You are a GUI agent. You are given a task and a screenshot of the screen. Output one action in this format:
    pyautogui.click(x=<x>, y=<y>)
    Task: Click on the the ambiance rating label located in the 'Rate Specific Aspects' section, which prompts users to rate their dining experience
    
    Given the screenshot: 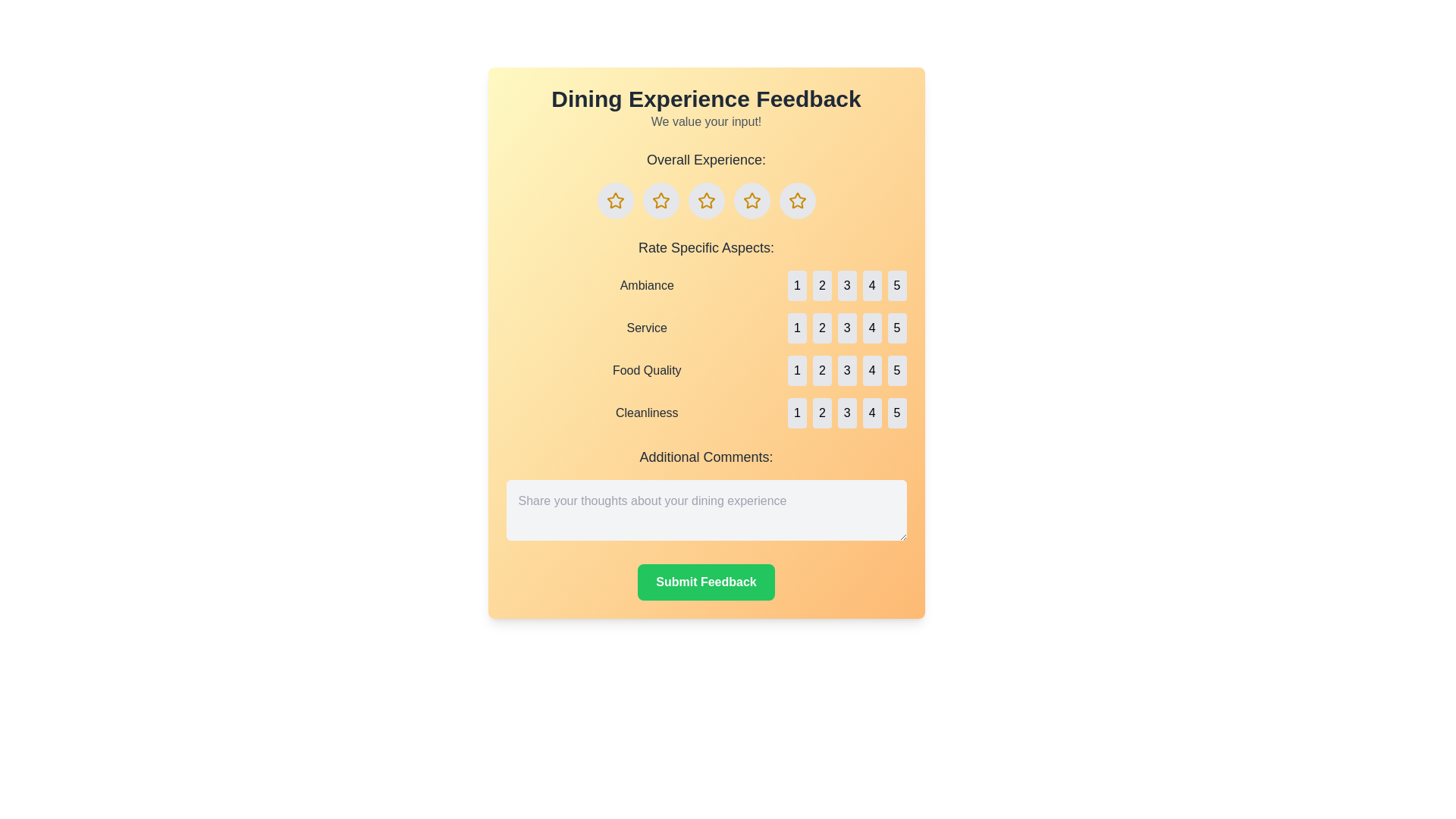 What is the action you would take?
    pyautogui.click(x=647, y=286)
    